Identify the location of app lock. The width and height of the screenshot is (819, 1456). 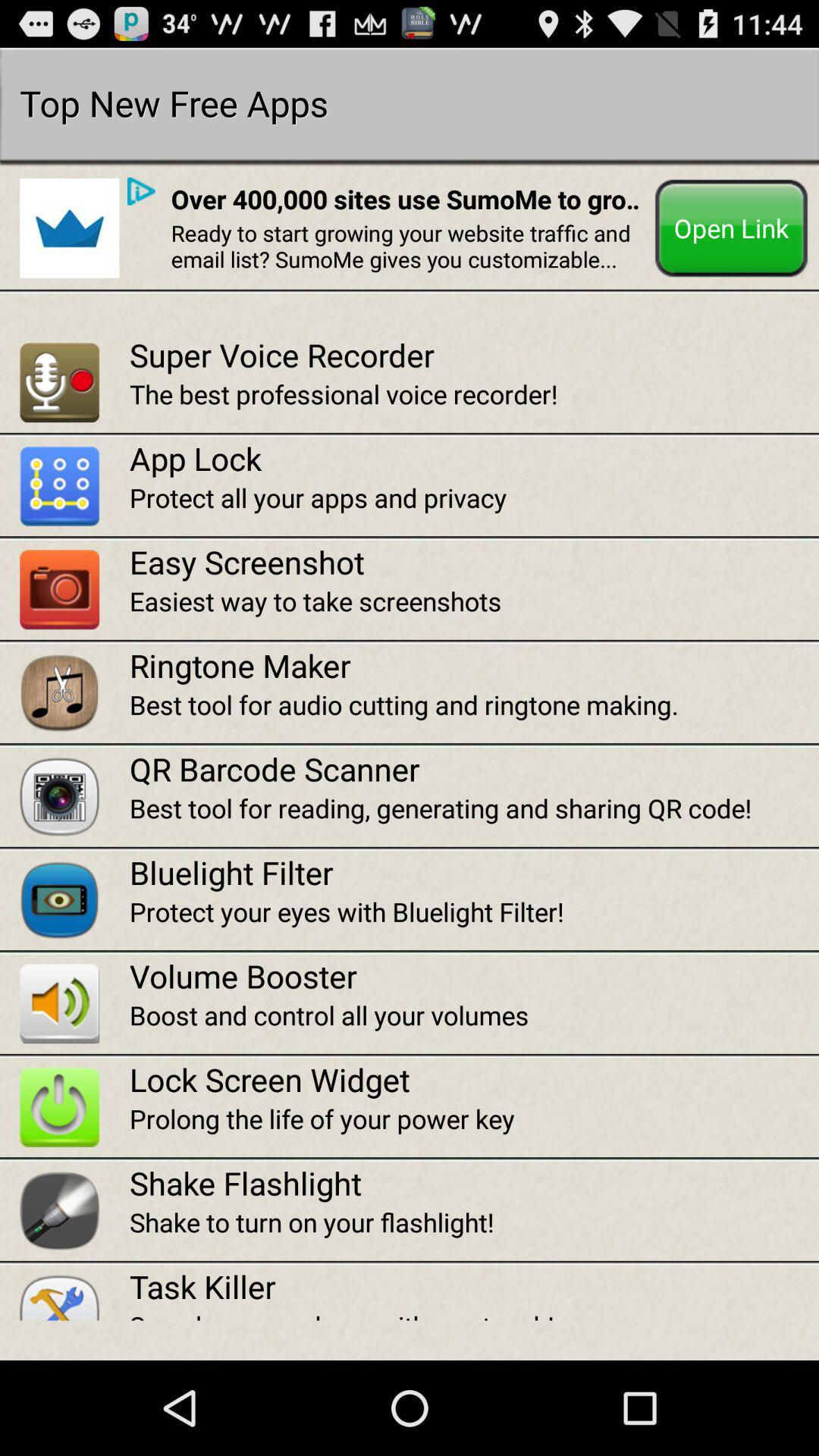
(473, 457).